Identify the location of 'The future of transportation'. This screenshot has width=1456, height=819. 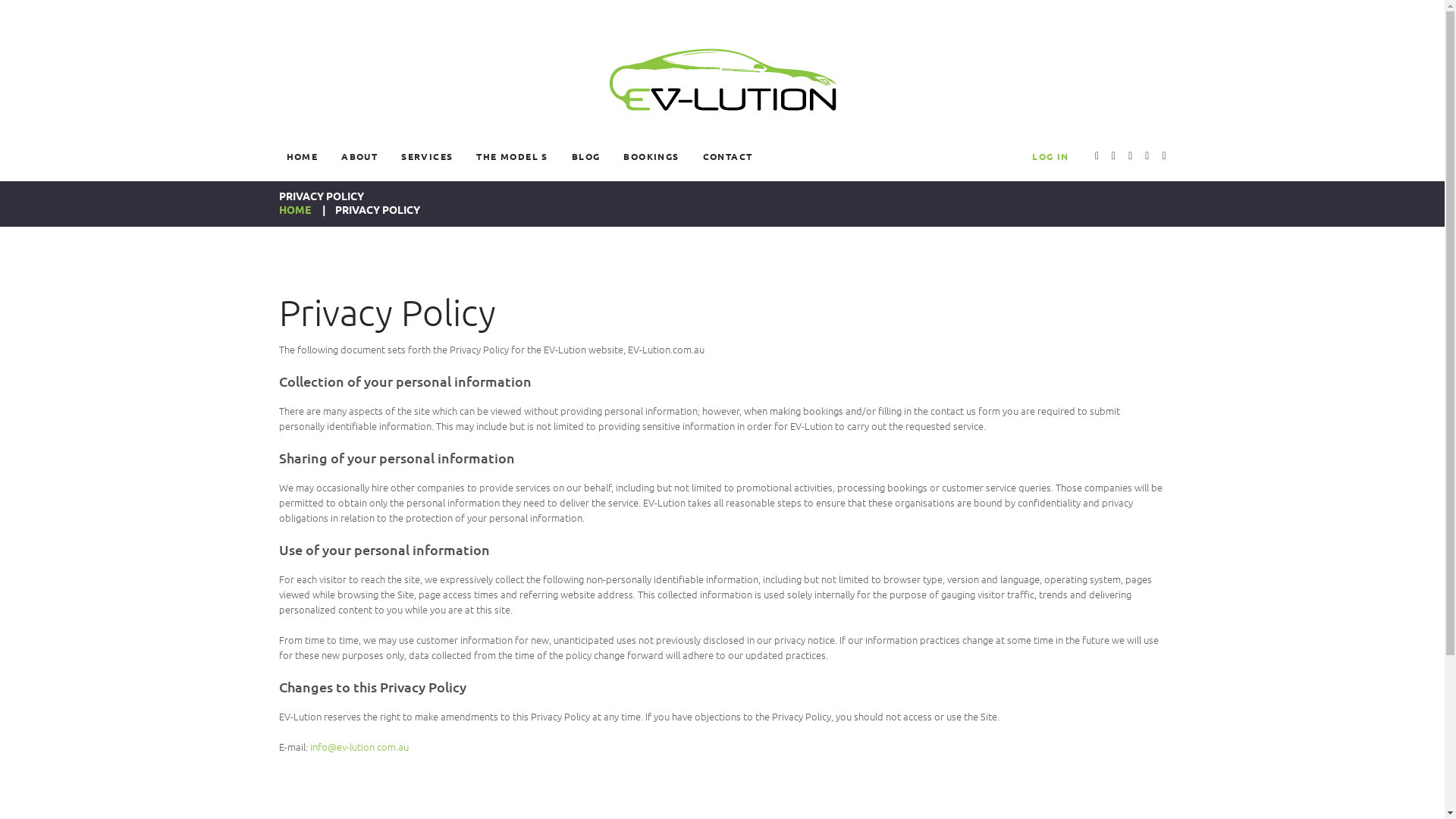
(720, 79).